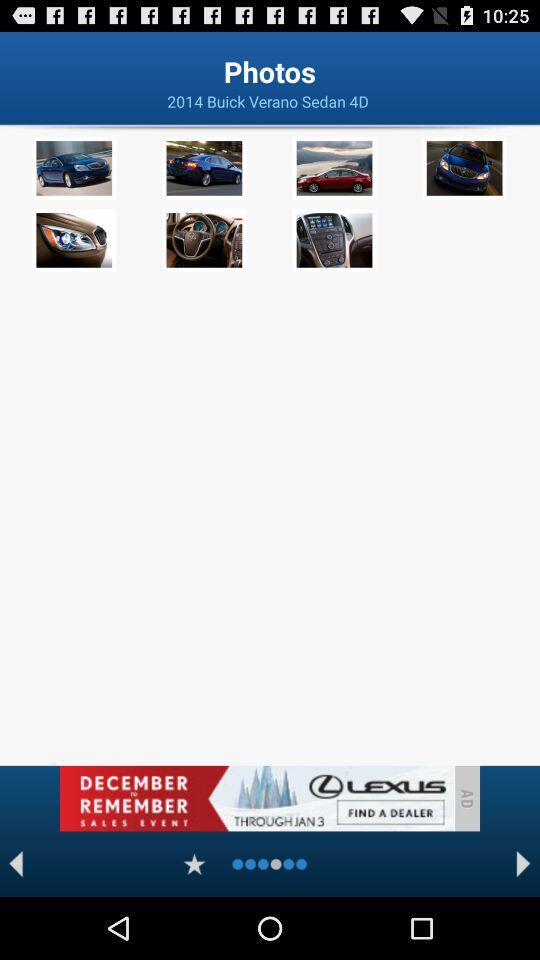 Image resolution: width=540 pixels, height=960 pixels. What do you see at coordinates (194, 863) in the screenshot?
I see `to favorite` at bounding box center [194, 863].